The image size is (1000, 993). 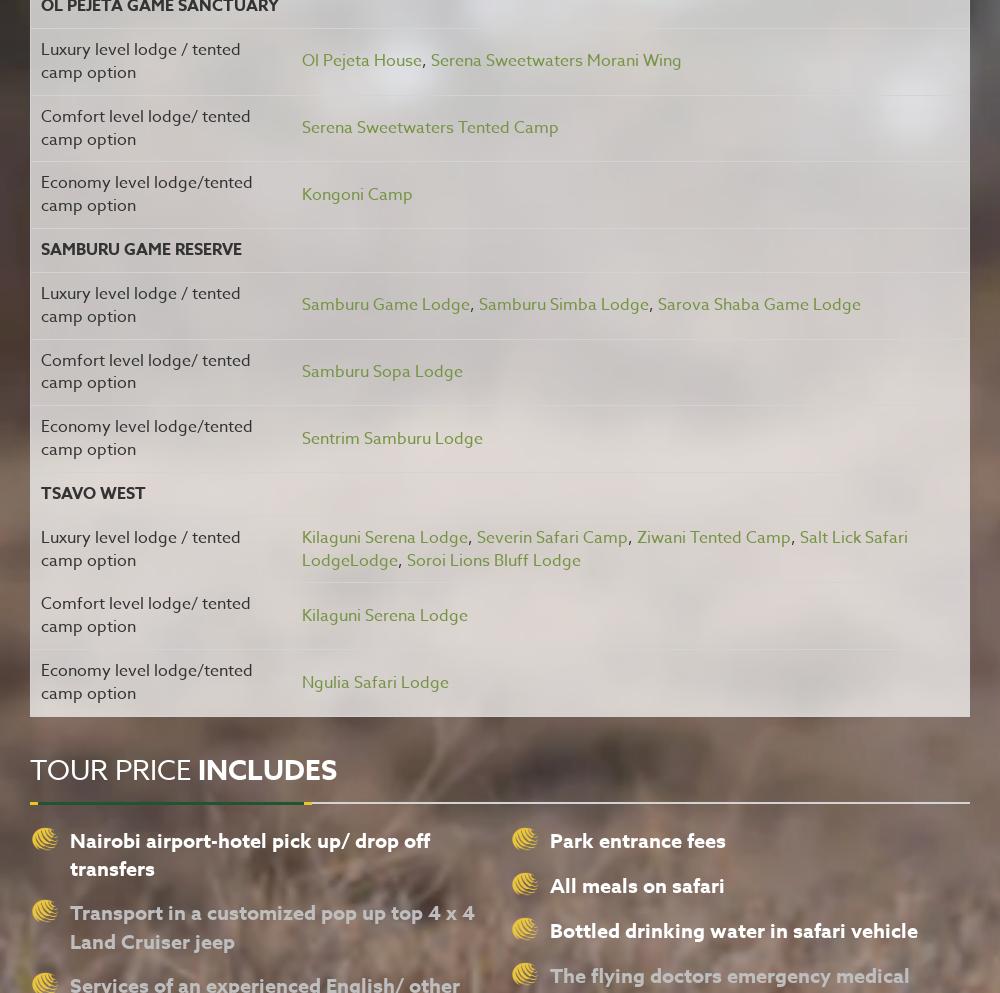 I want to click on 'Tour Price', so click(x=113, y=769).